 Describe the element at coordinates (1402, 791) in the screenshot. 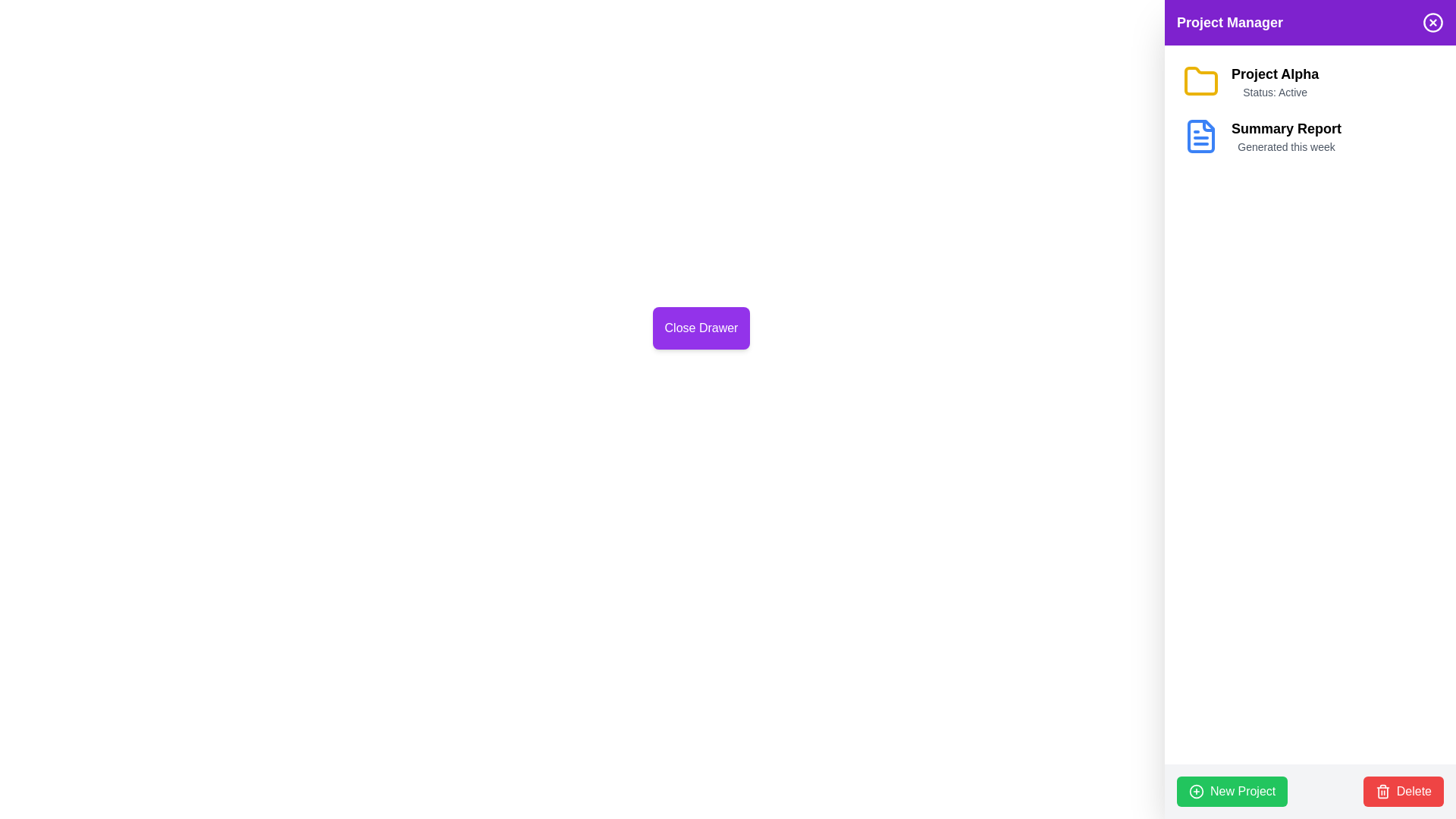

I see `the 'Delete' button with a bright red background and trash can icon` at that location.